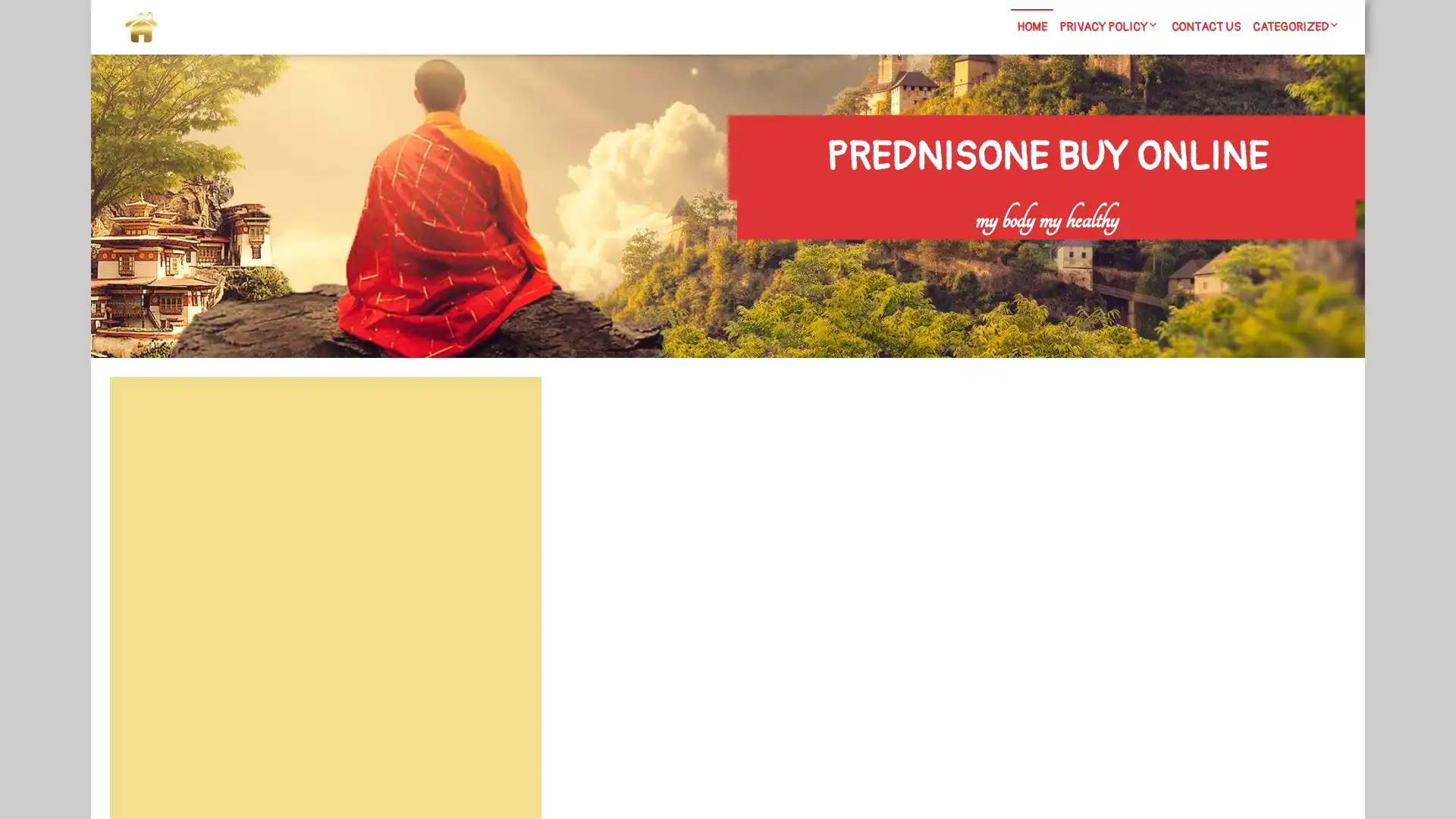  Describe the element at coordinates (506, 413) in the screenshot. I see `Search` at that location.